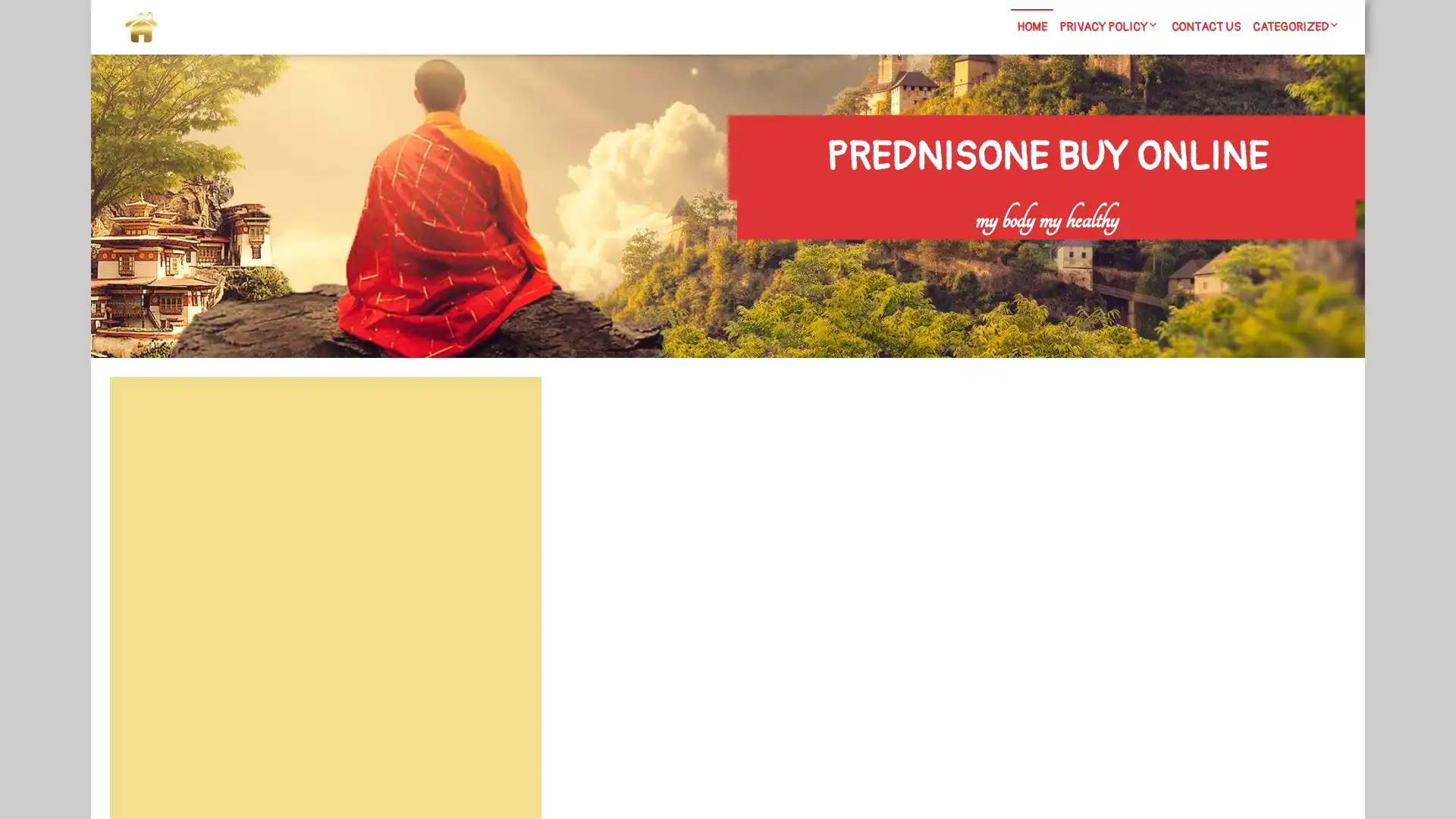  Describe the element at coordinates (506, 413) in the screenshot. I see `Search` at that location.